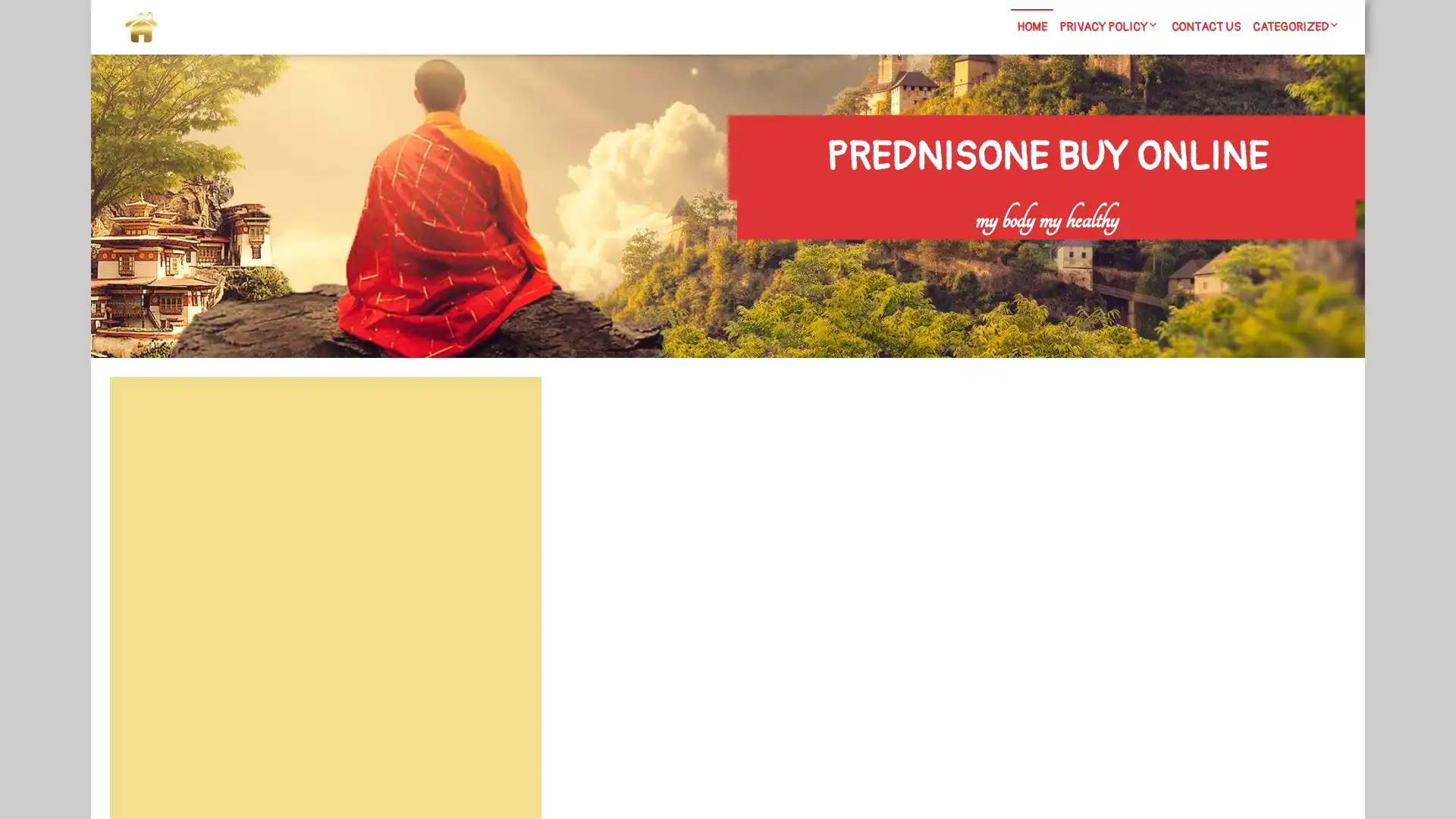  Describe the element at coordinates (506, 413) in the screenshot. I see `Search` at that location.